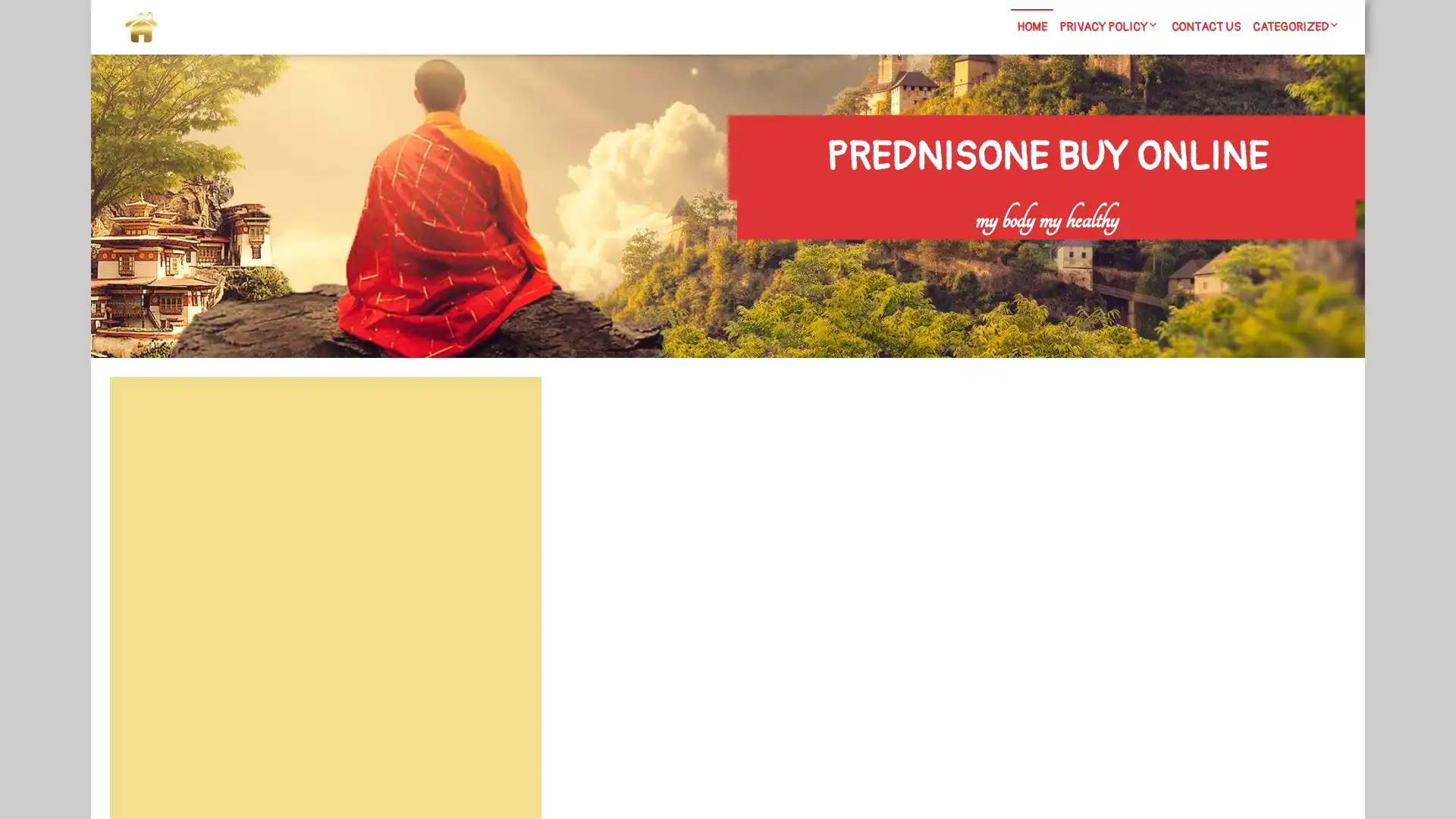  Describe the element at coordinates (506, 413) in the screenshot. I see `Search` at that location.